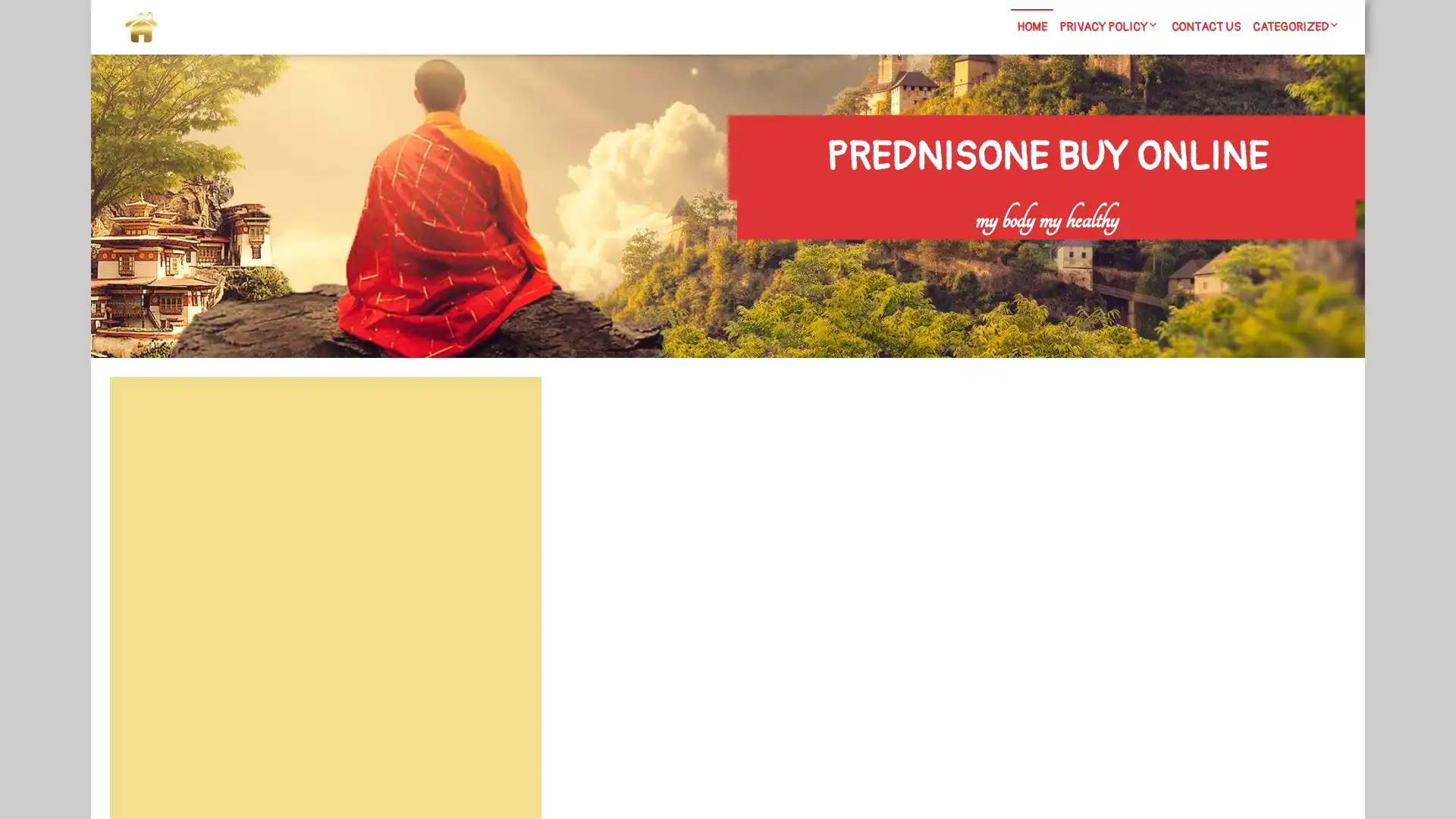  Describe the element at coordinates (506, 413) in the screenshot. I see `Search` at that location.